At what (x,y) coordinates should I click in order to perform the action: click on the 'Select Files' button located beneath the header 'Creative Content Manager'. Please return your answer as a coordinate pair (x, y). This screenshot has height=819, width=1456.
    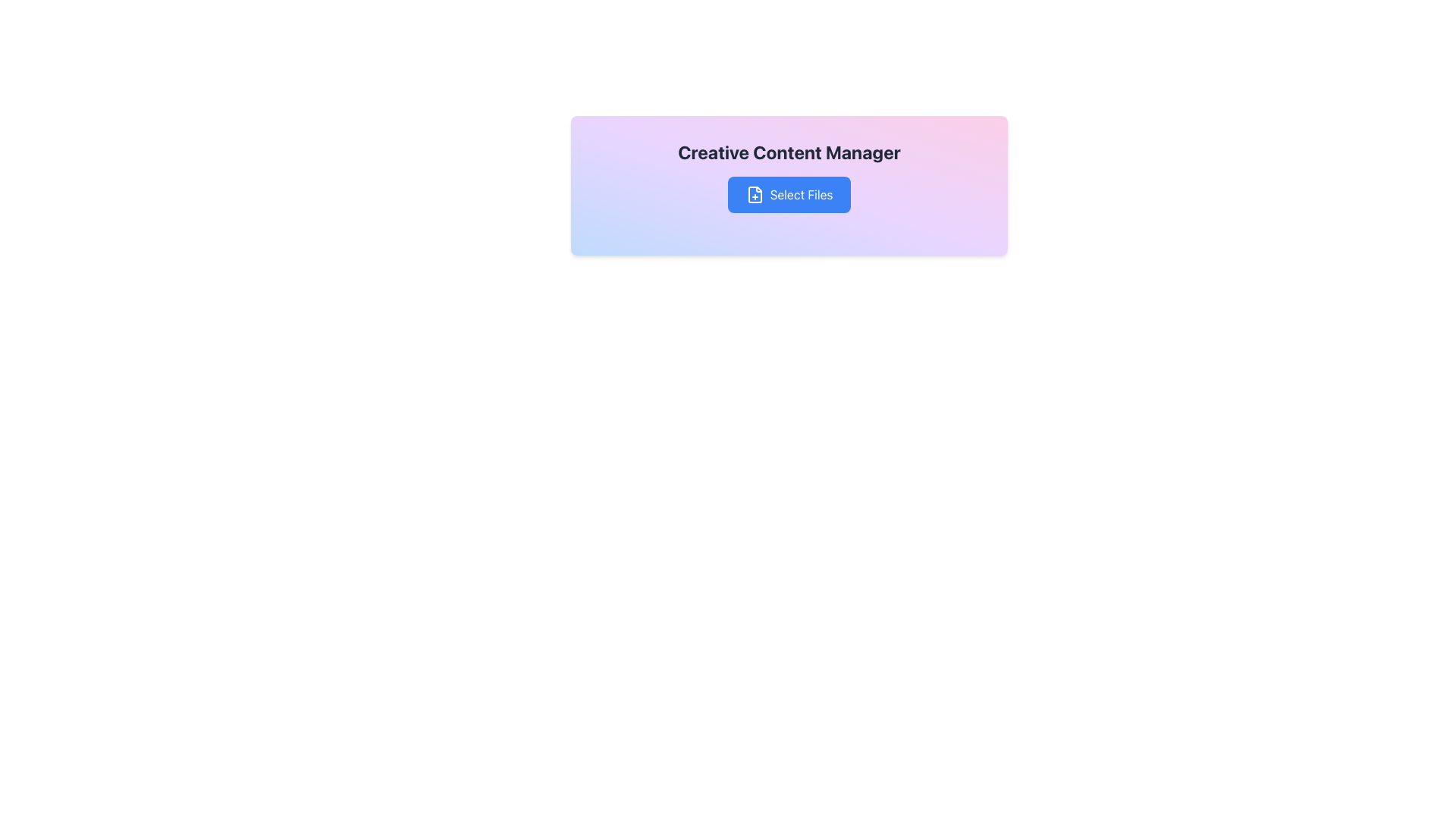
    Looking at the image, I should click on (789, 175).